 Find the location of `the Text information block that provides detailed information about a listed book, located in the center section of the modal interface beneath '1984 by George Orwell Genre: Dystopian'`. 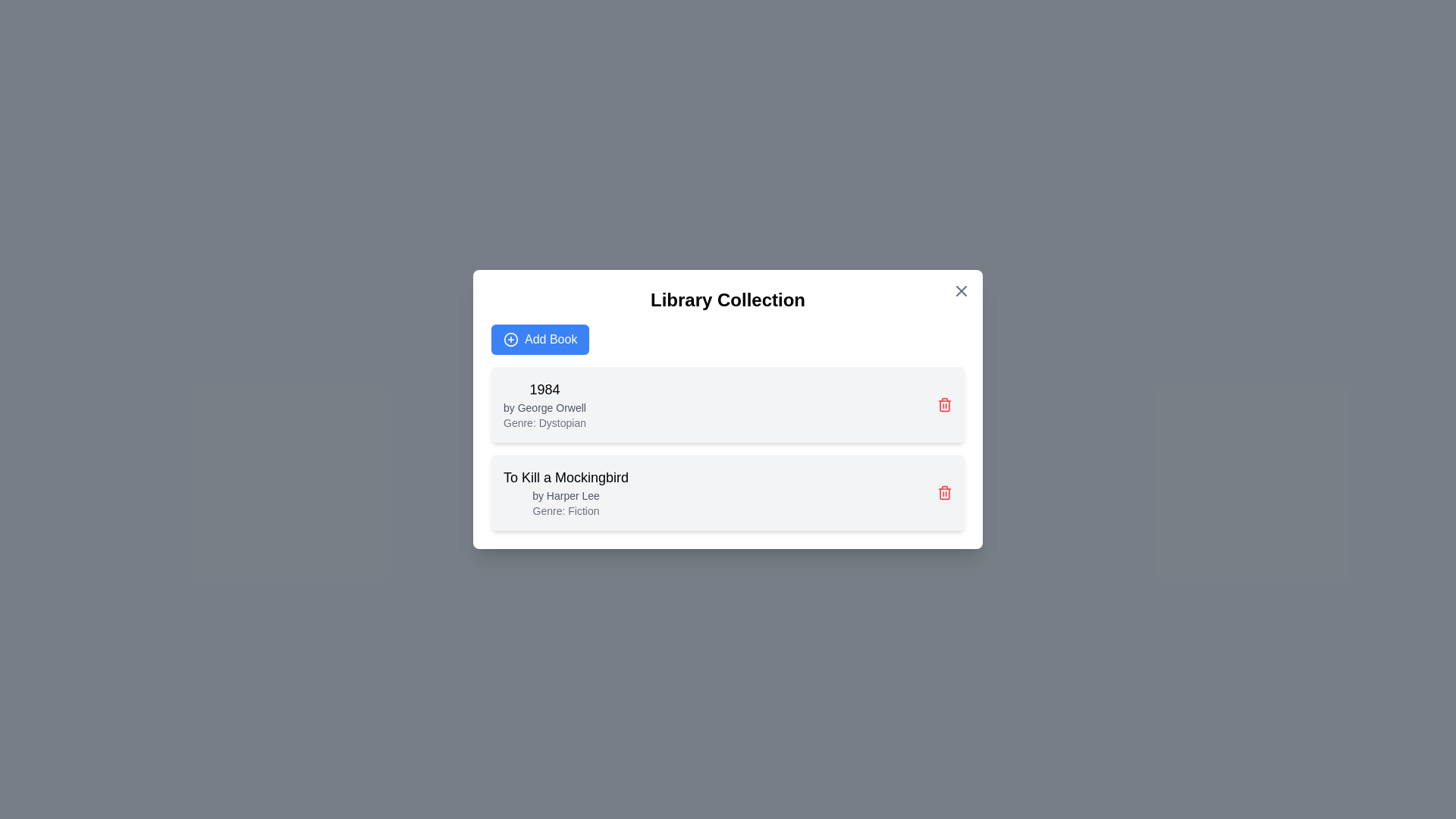

the Text information block that provides detailed information about a listed book, located in the center section of the modal interface beneath '1984 by George Orwell Genre: Dystopian' is located at coordinates (565, 493).